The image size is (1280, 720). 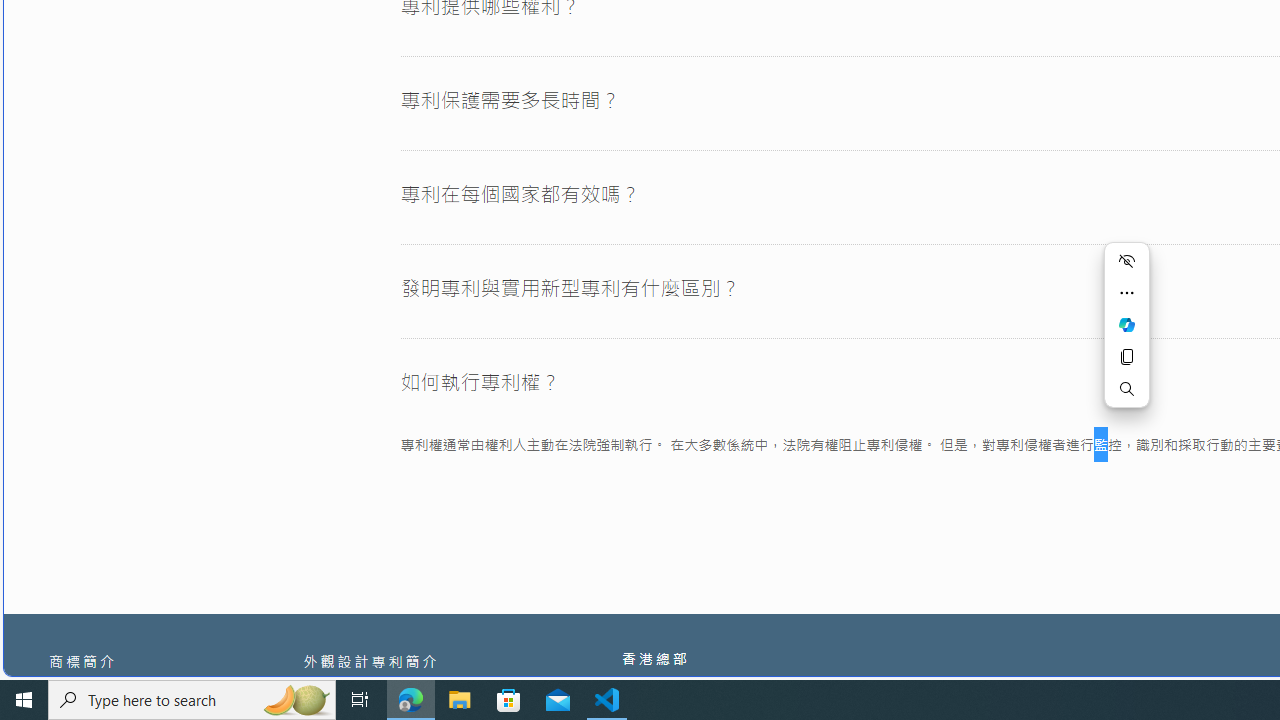 What do you see at coordinates (1127, 324) in the screenshot?
I see `'Ask Copilot'` at bounding box center [1127, 324].